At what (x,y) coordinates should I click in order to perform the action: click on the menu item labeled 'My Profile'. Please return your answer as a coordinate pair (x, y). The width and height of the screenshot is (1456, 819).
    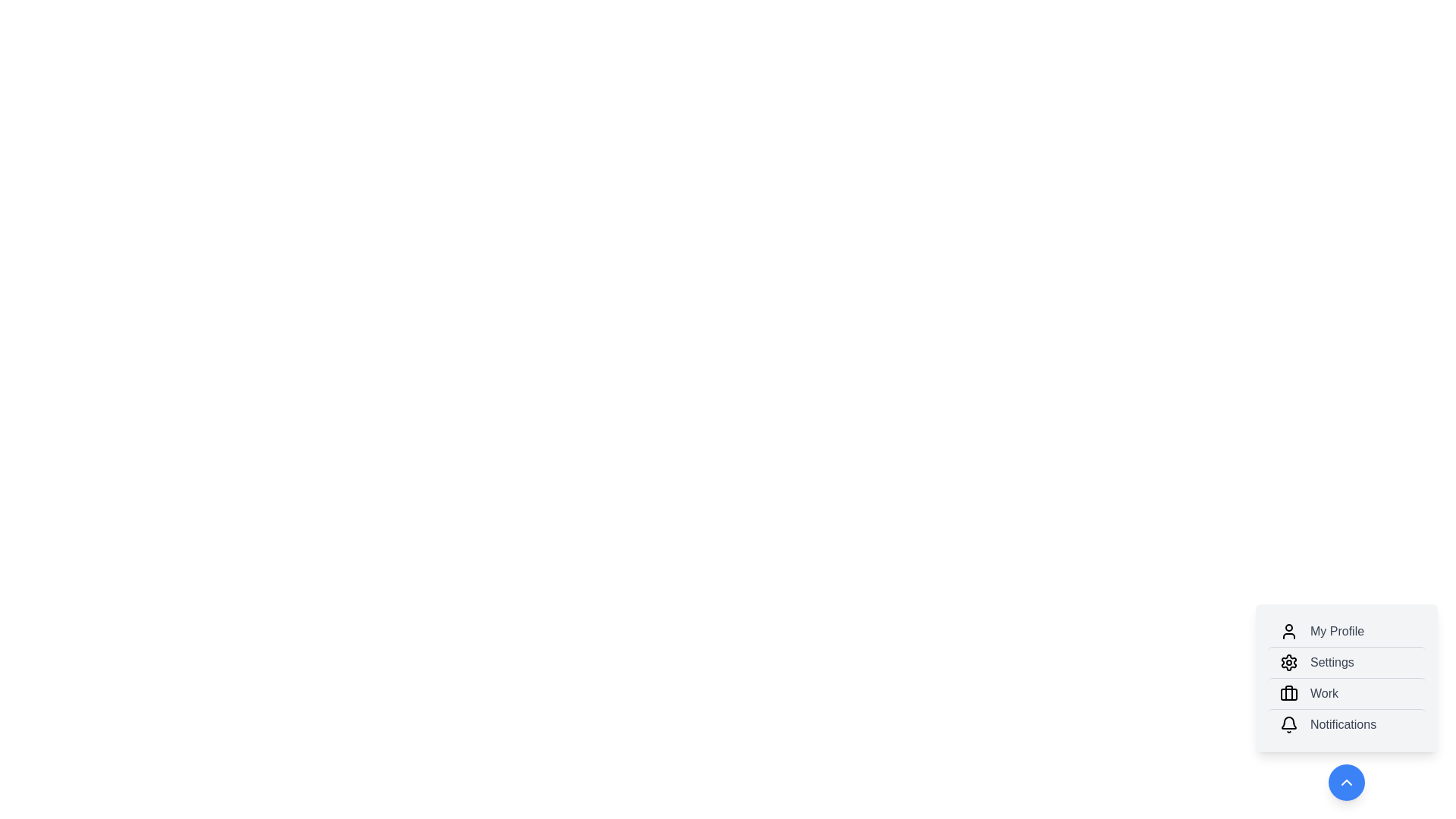
    Looking at the image, I should click on (1347, 632).